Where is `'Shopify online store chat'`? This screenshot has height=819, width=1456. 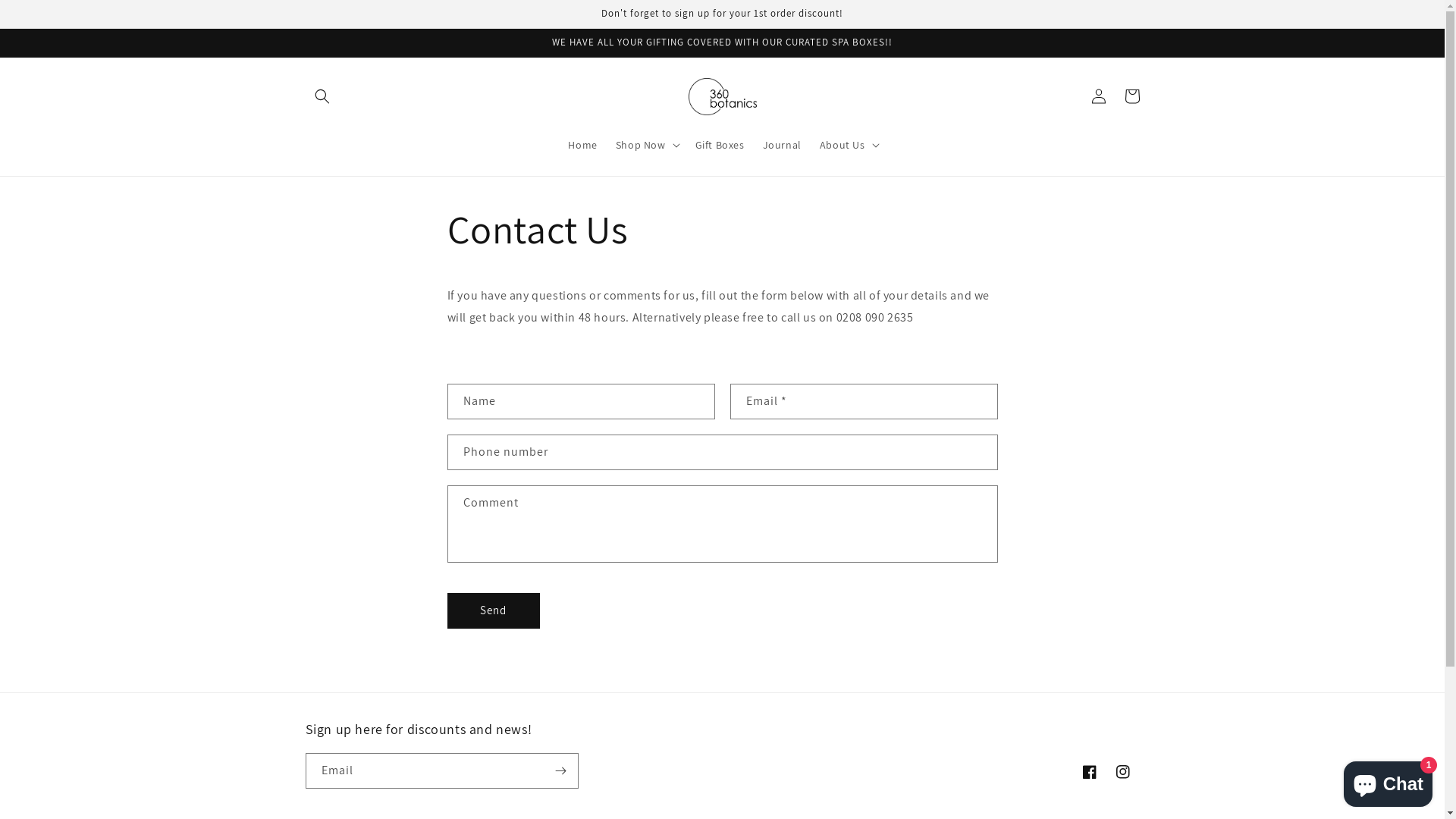 'Shopify online store chat' is located at coordinates (1388, 780).